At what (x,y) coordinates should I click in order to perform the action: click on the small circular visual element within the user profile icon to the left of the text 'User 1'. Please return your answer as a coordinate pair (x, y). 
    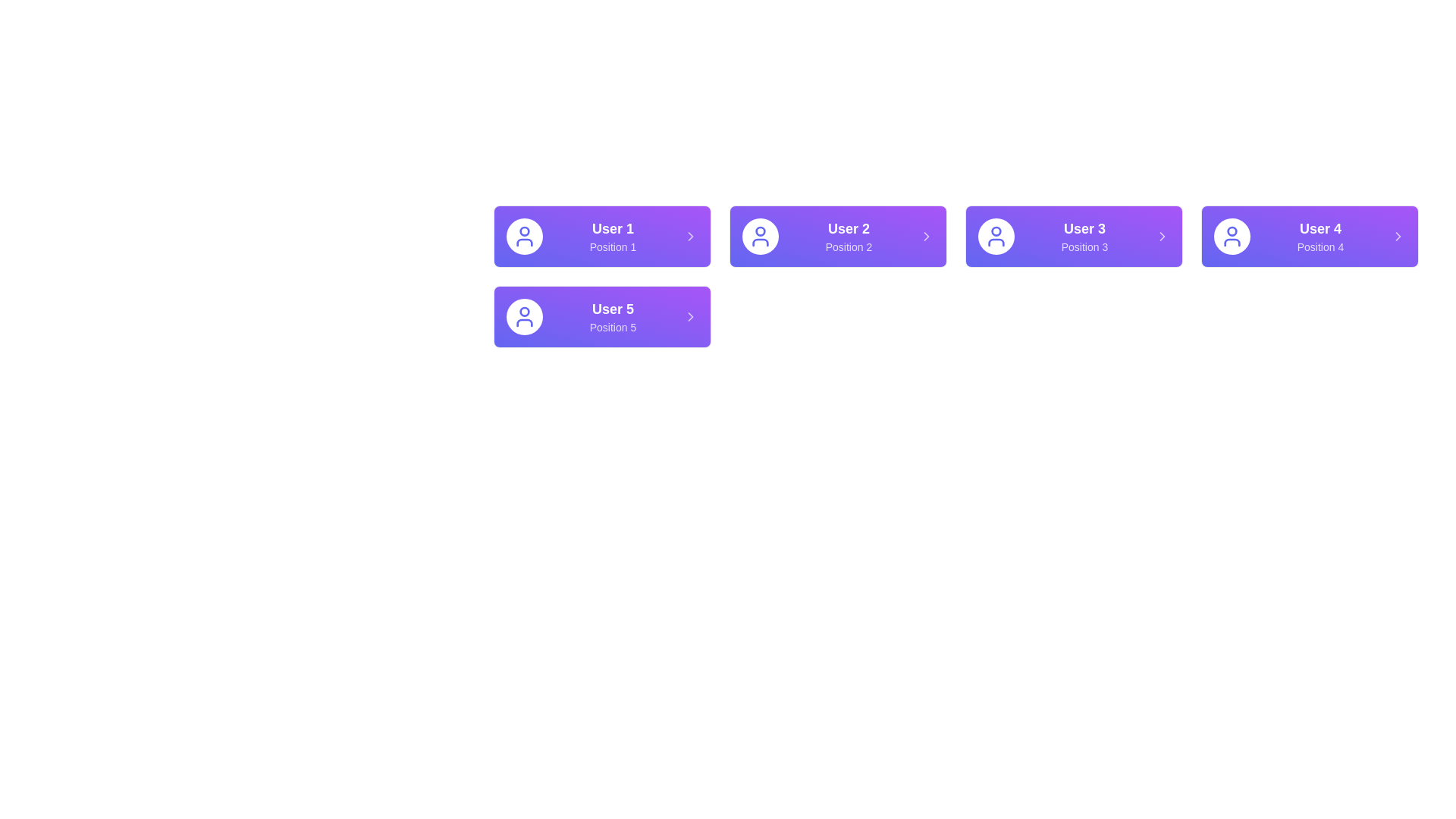
    Looking at the image, I should click on (524, 231).